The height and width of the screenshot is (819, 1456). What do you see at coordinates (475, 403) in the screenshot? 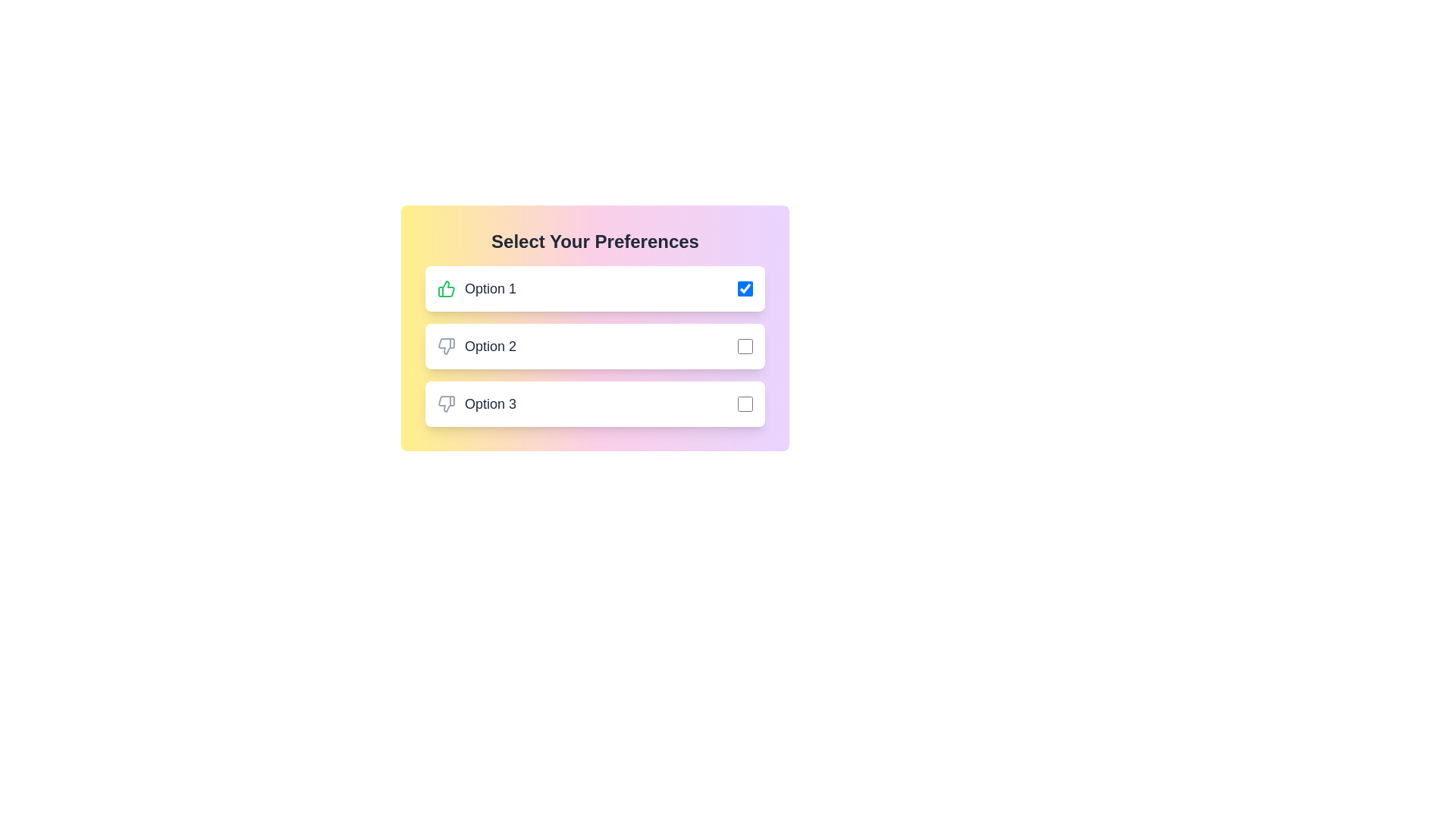
I see `the label for the third preference option in the selection interface, which is positioned beneath 'Option 2' and above a checkbox` at bounding box center [475, 403].